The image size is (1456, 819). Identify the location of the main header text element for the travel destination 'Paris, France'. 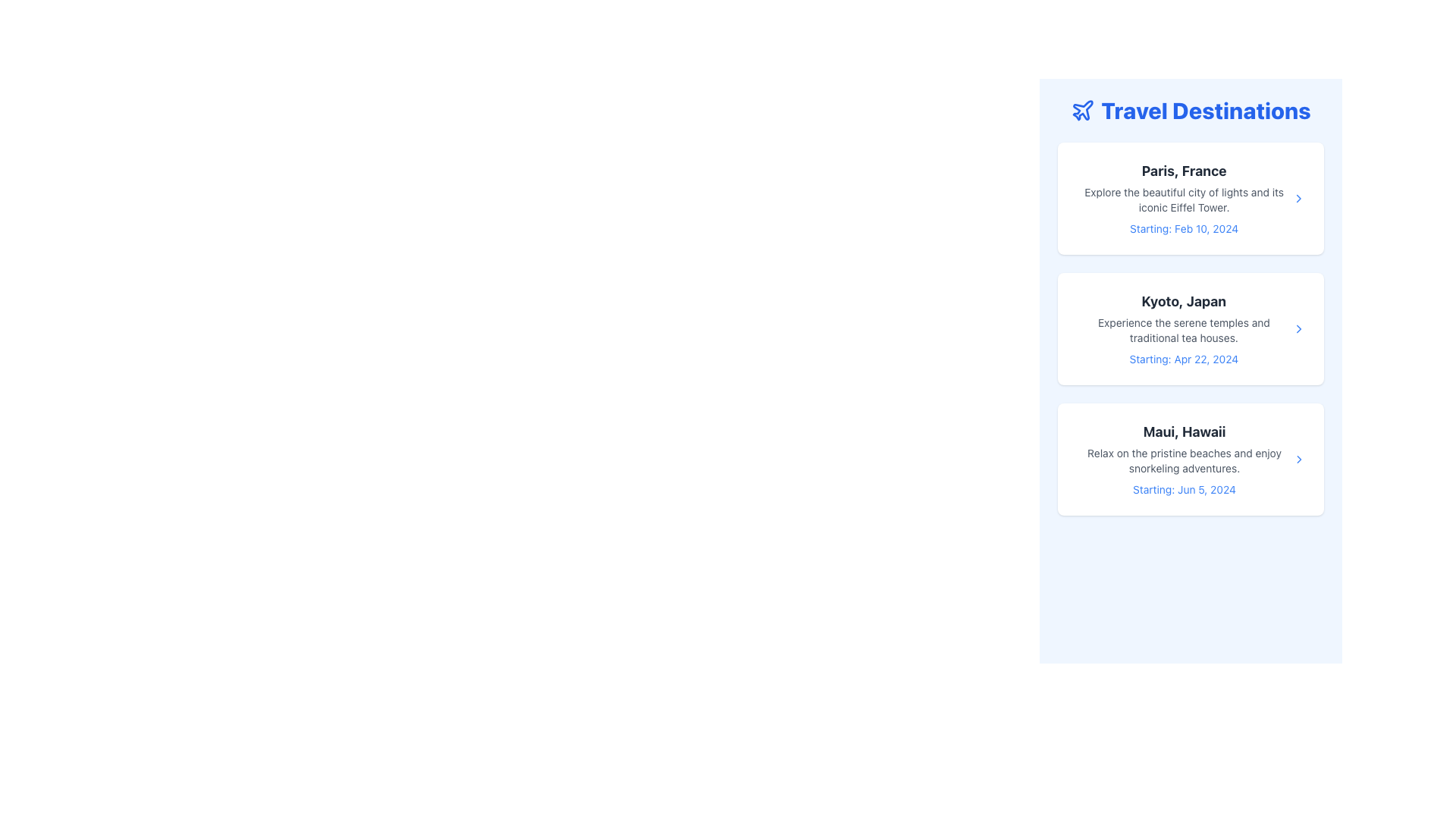
(1183, 171).